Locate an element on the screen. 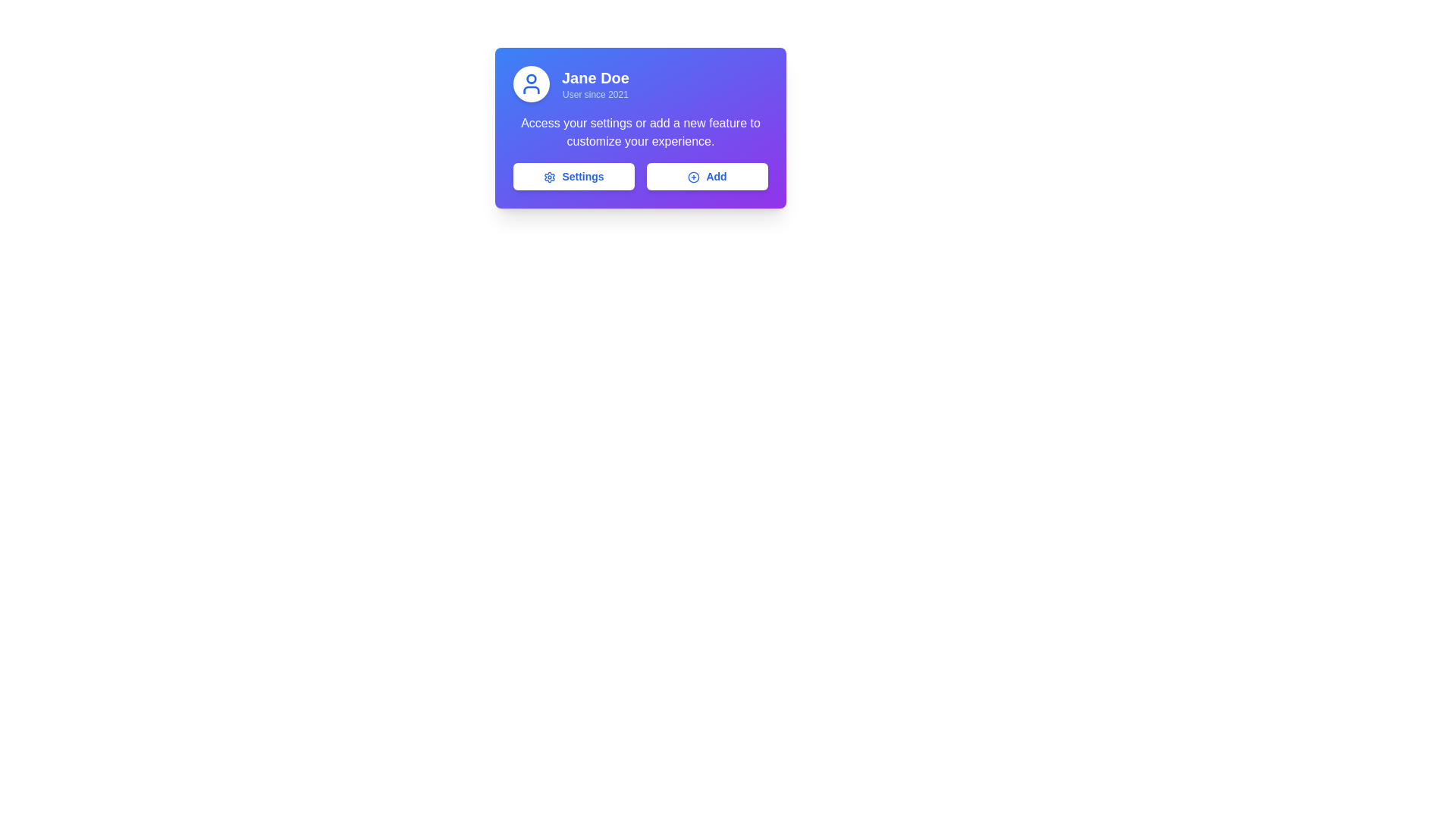  the circular gear icon located at the leftmost part of the 'Settings' button, which signifies a settings function is located at coordinates (549, 177).